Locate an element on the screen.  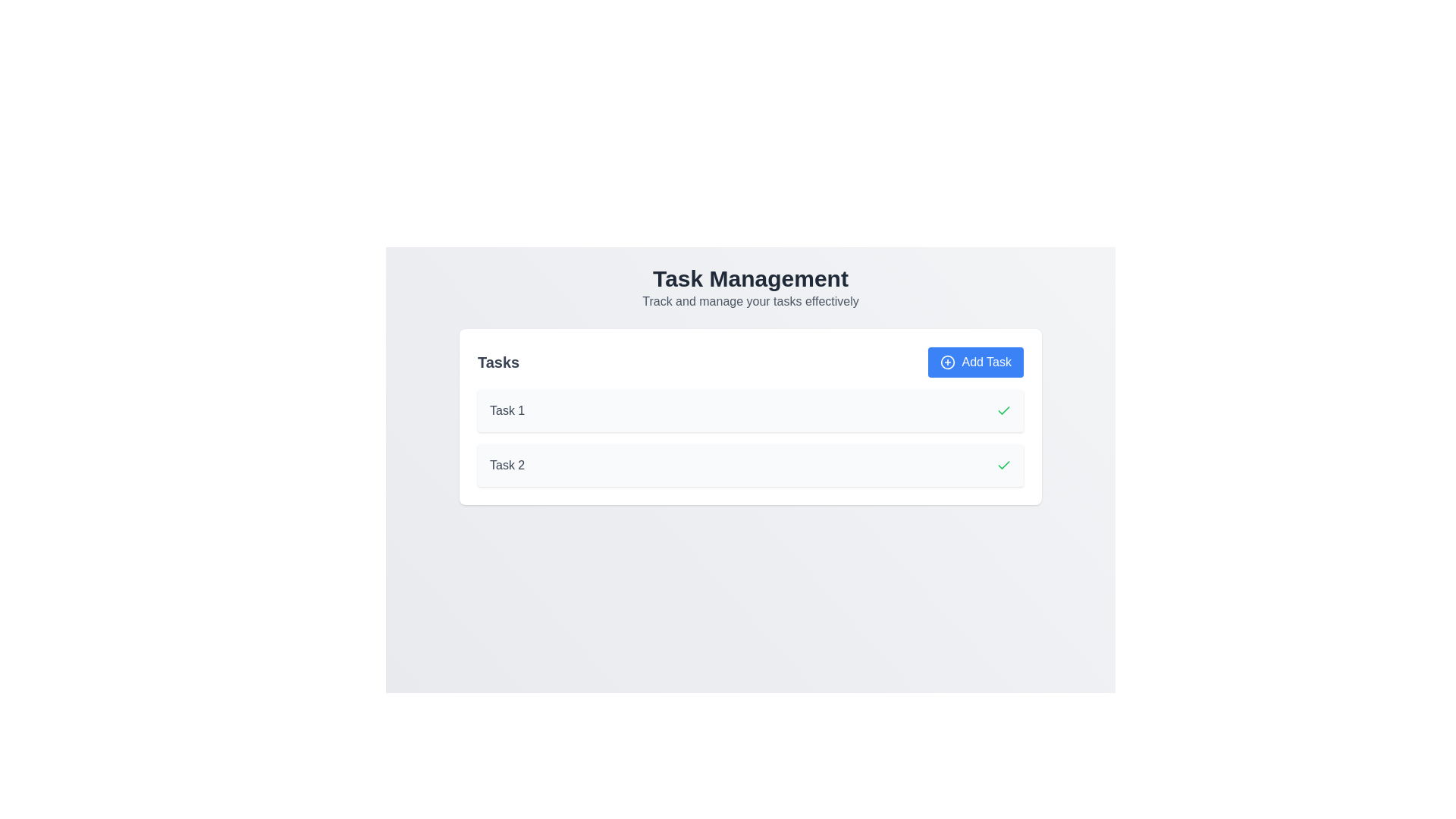
the blue 'Add Task' button with white text and a plus icon to initiate the task-adding process is located at coordinates (976, 362).